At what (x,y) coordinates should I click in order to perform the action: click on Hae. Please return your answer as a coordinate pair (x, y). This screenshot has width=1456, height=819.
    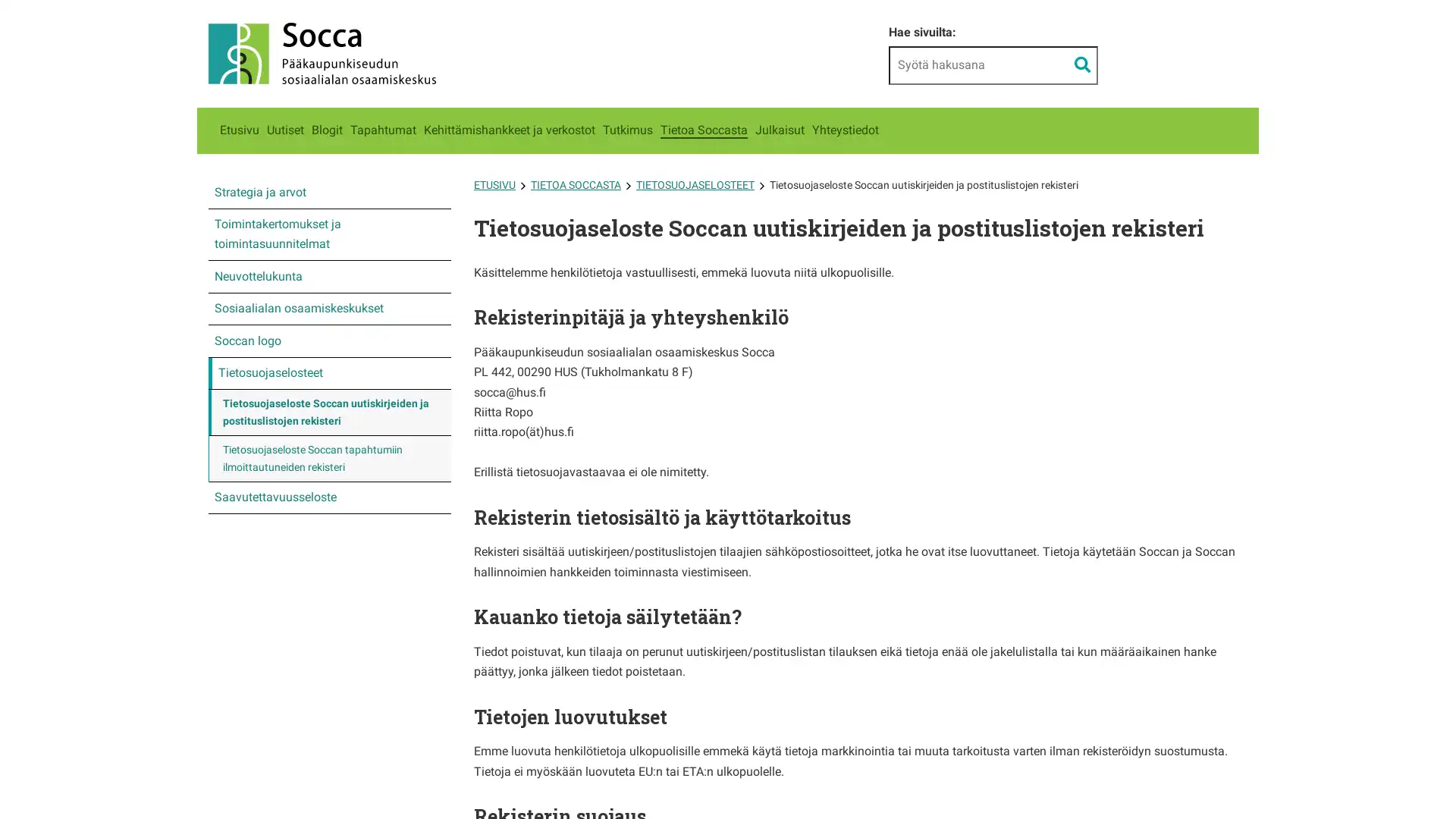
    Looking at the image, I should click on (1081, 64).